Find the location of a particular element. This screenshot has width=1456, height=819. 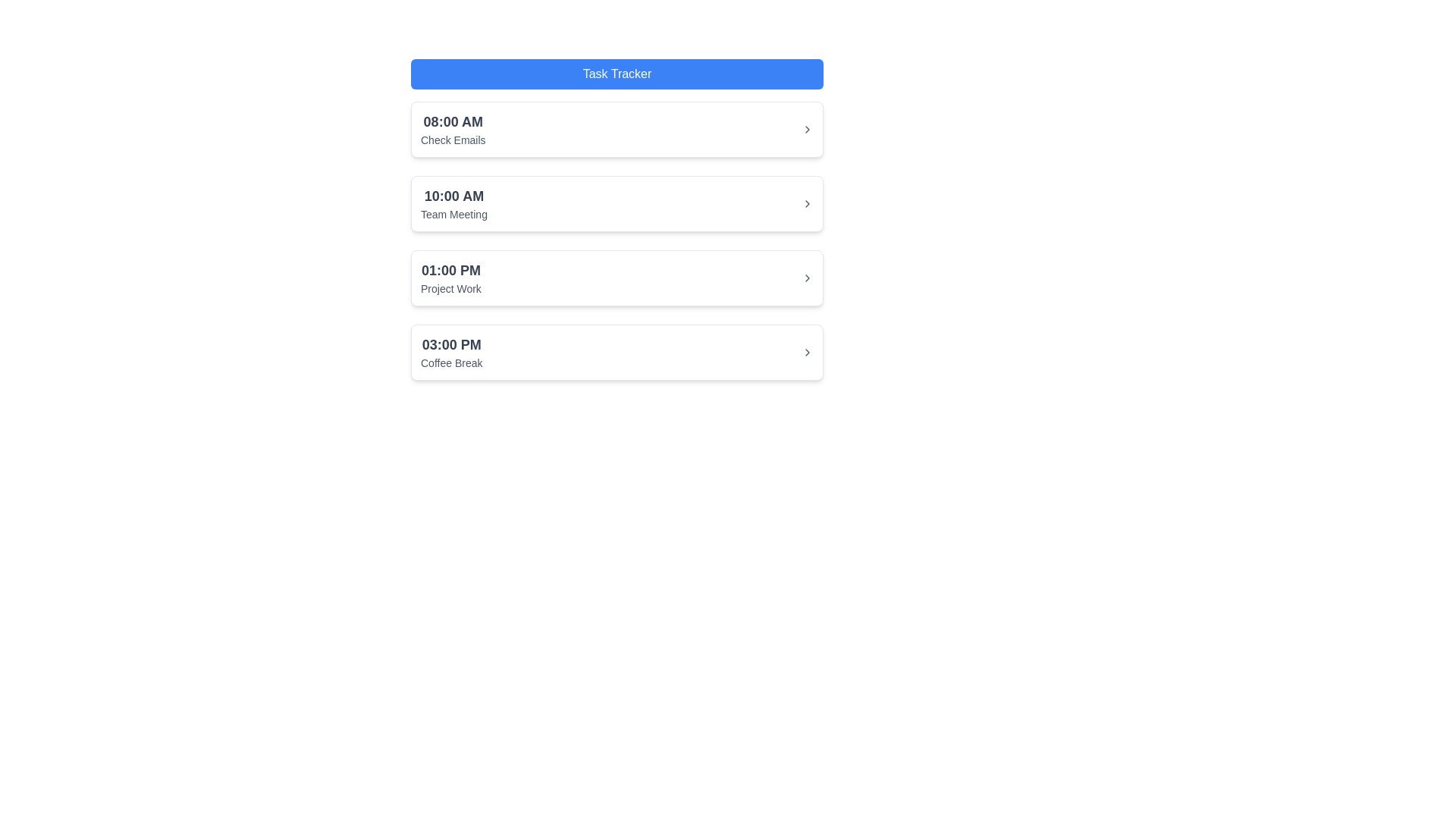

the static text label displaying the time '03:00 PM' associated with the scheduled task 'Coffee Break', located in the bottommost card of the task list is located at coordinates (450, 345).